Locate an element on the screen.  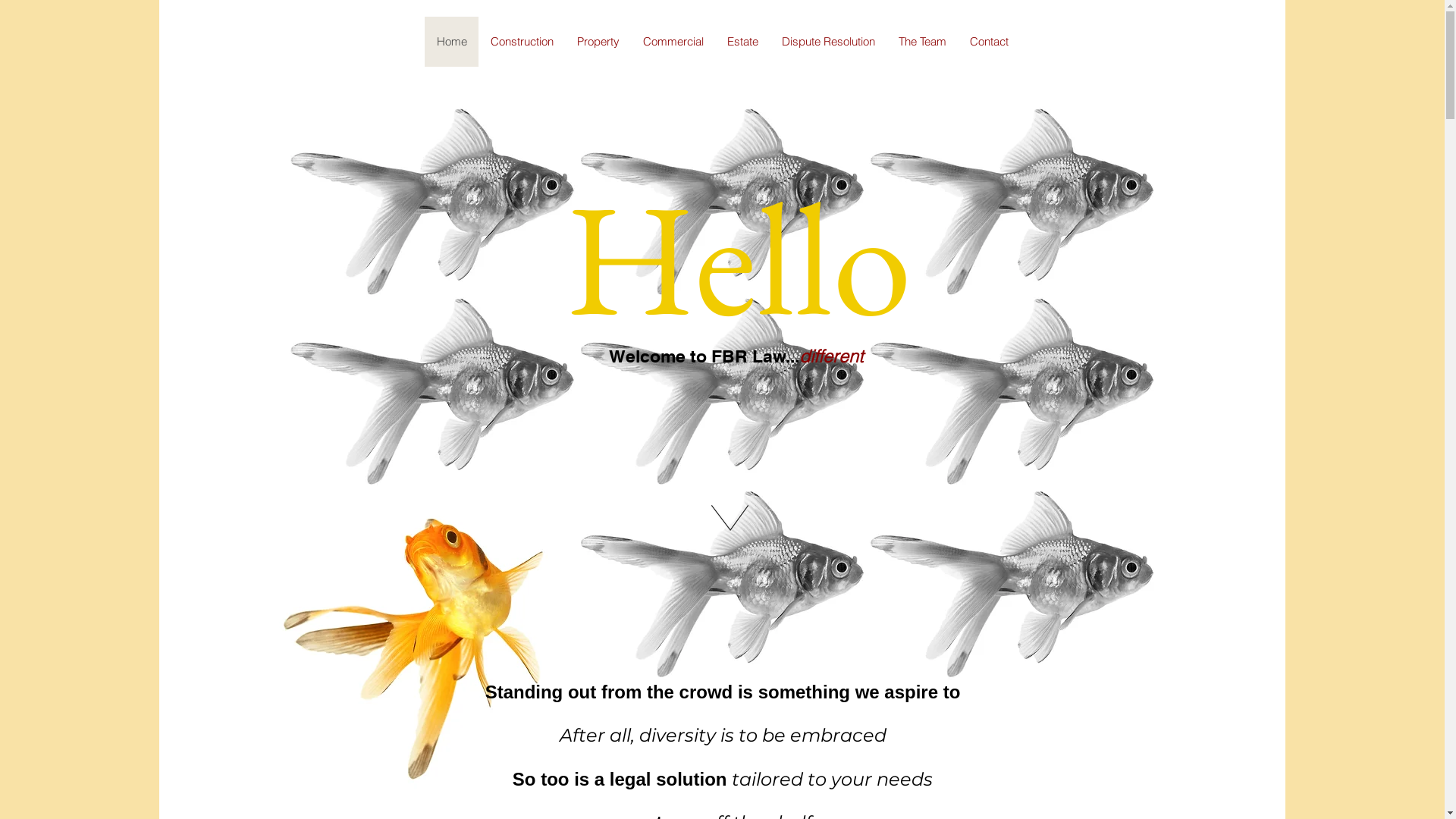
'The Team' is located at coordinates (885, 40).